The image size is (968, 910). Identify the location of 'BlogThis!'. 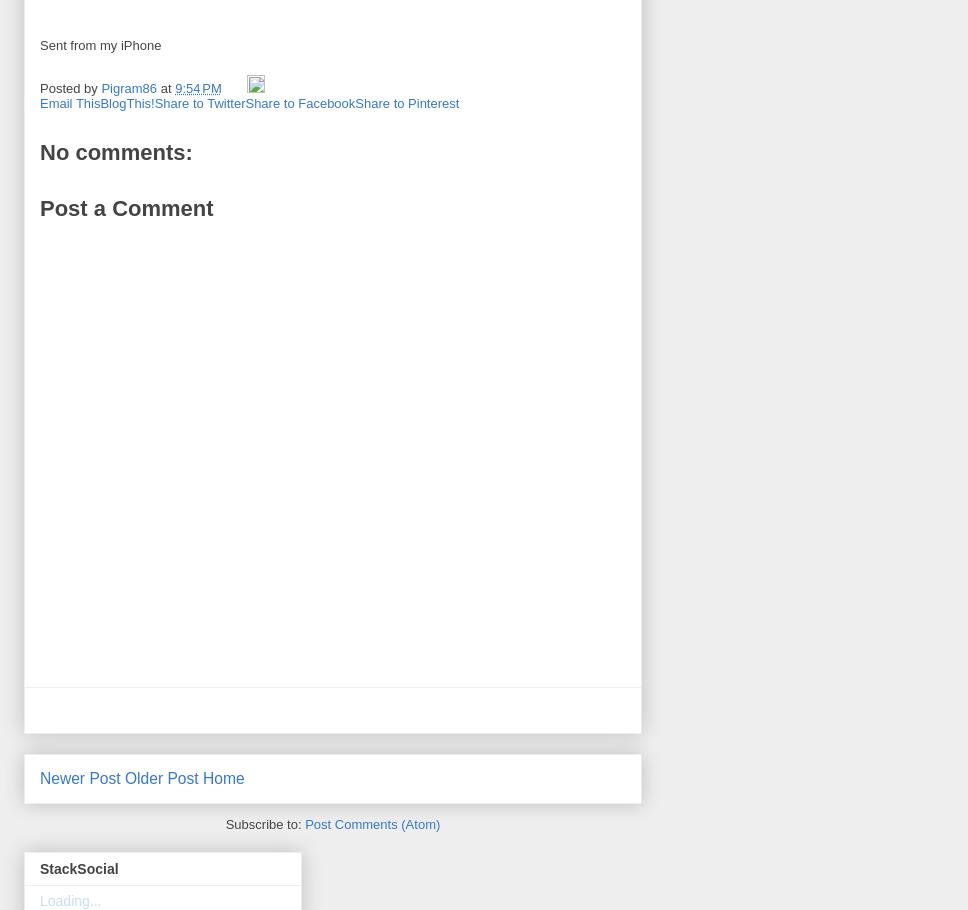
(126, 103).